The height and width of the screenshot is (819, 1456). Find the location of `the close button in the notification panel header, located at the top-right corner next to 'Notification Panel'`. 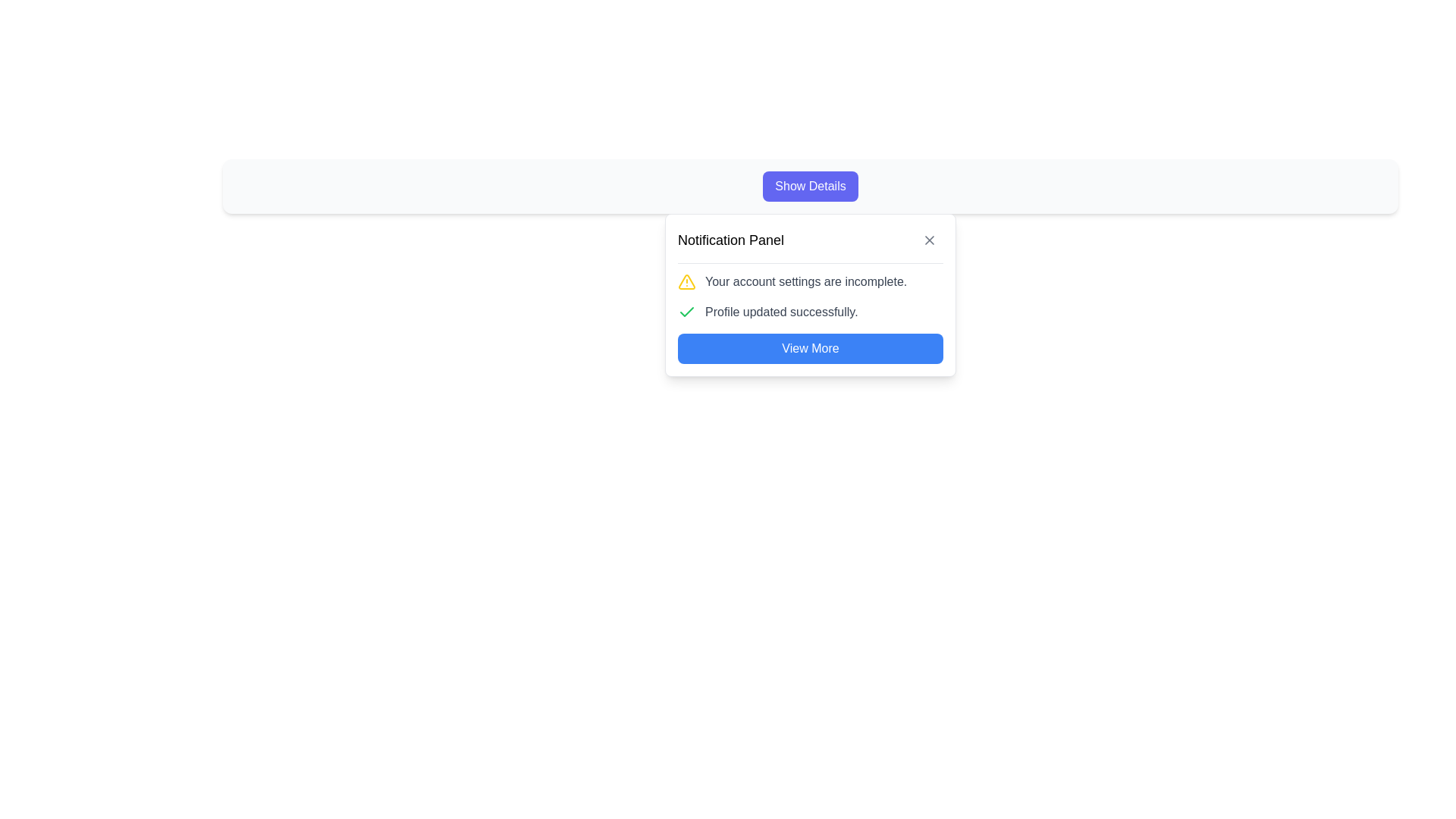

the close button in the notification panel header, located at the top-right corner next to 'Notification Panel' is located at coordinates (928, 239).